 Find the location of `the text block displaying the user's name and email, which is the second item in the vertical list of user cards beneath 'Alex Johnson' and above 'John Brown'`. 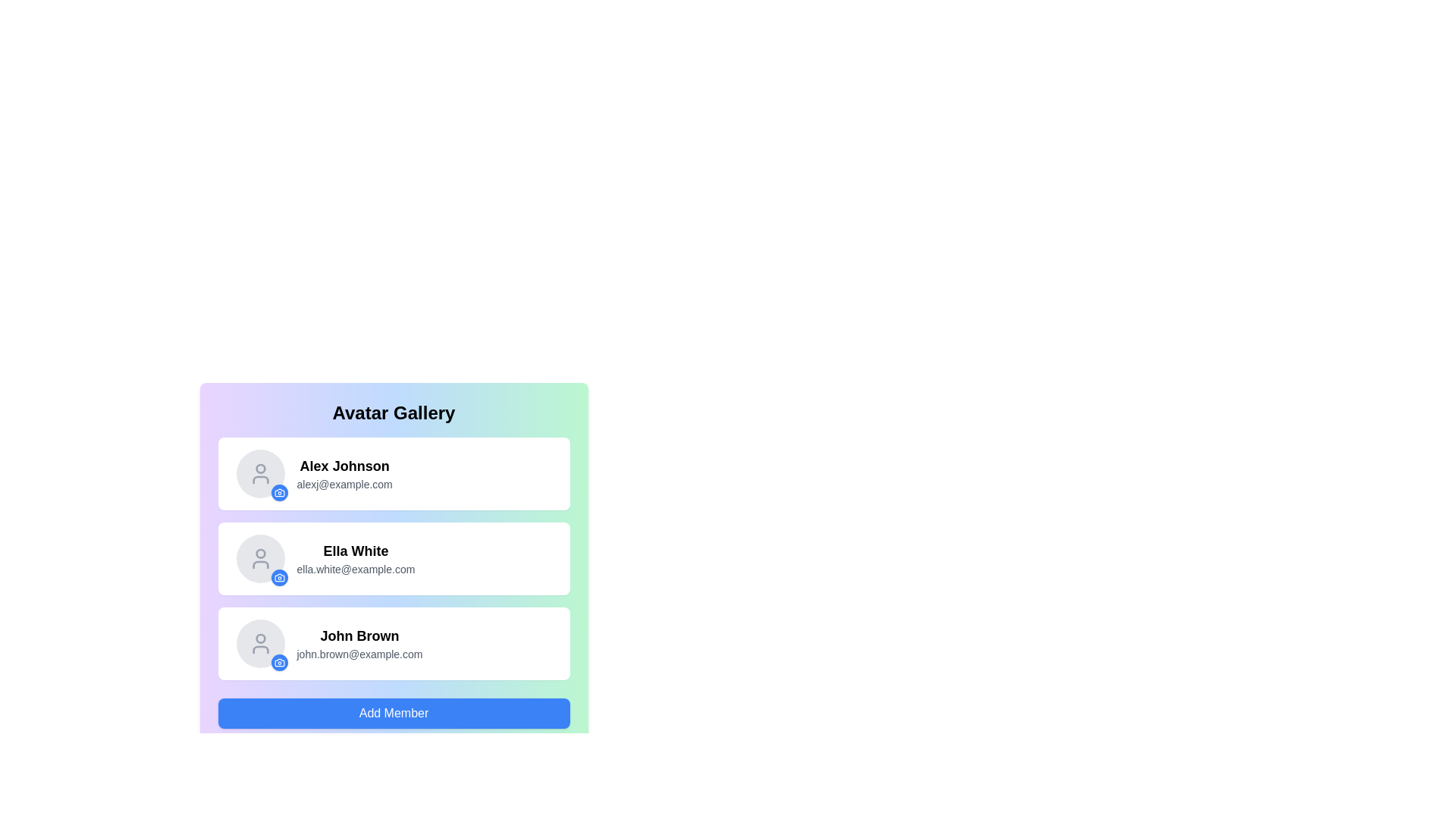

the text block displaying the user's name and email, which is the second item in the vertical list of user cards beneath 'Alex Johnson' and above 'John Brown' is located at coordinates (355, 558).